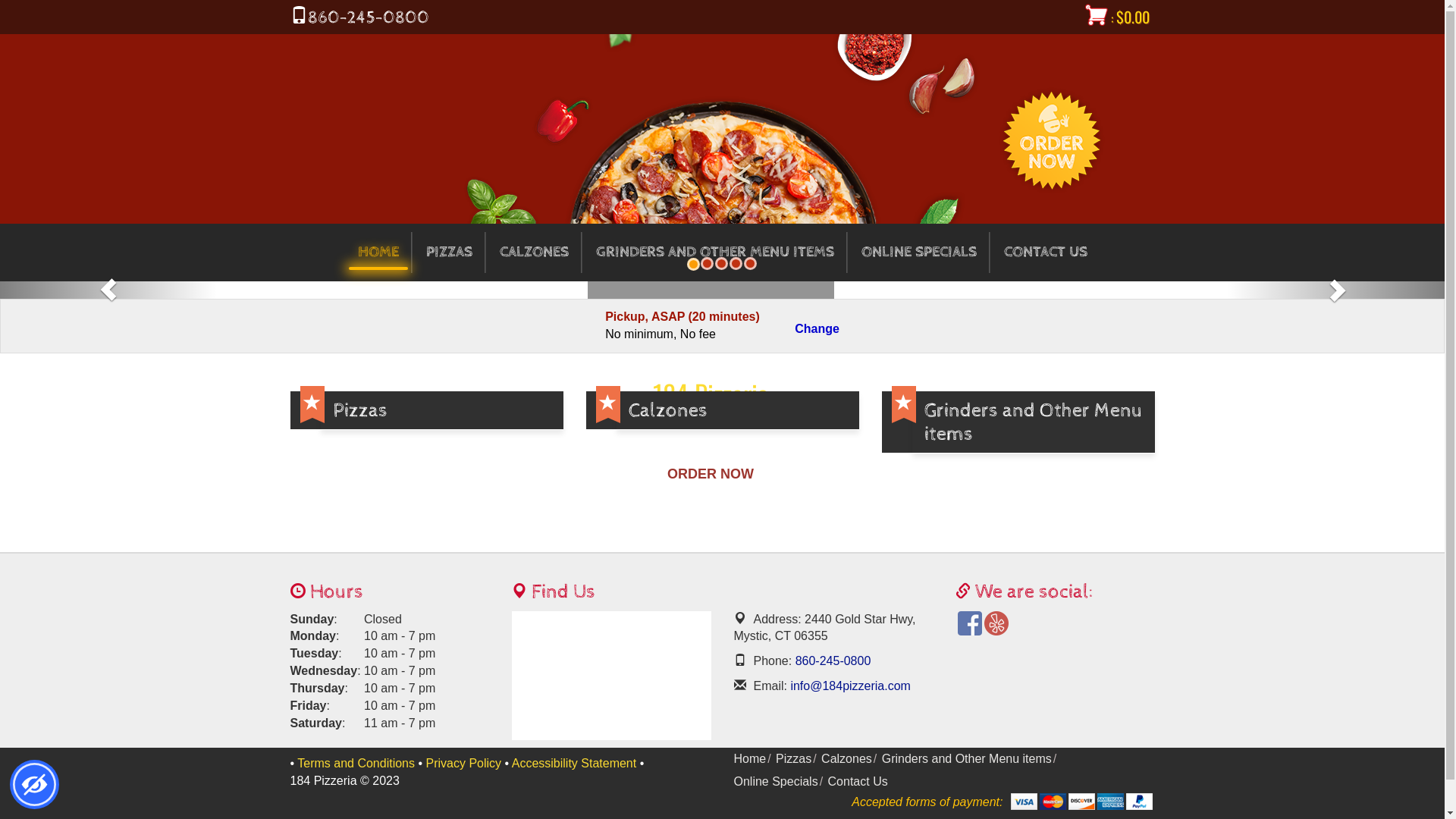  I want to click on ': $0.00', so click(1079, 17).